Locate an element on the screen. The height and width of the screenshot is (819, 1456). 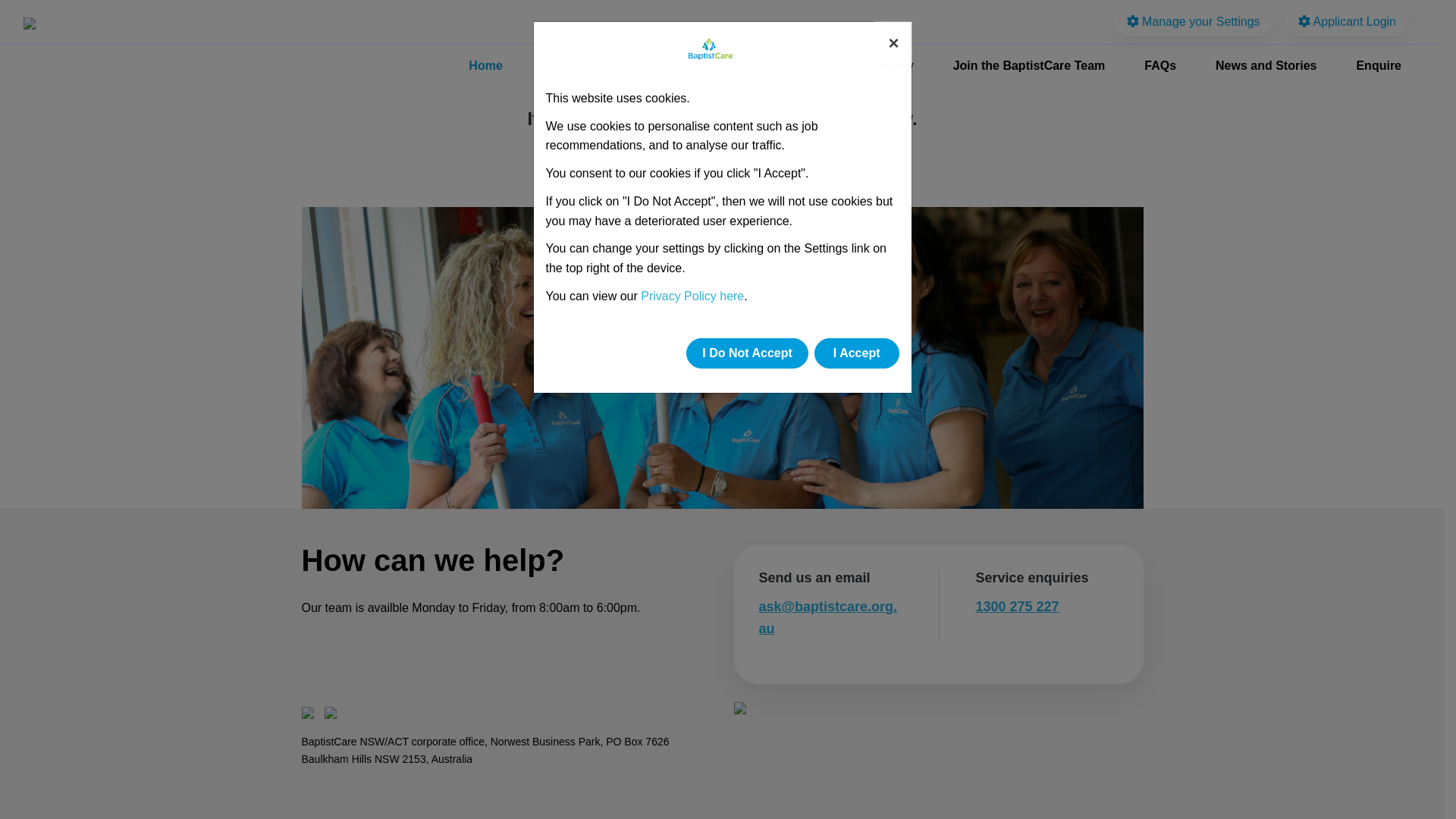
'Manage your Settings' is located at coordinates (1193, 21).